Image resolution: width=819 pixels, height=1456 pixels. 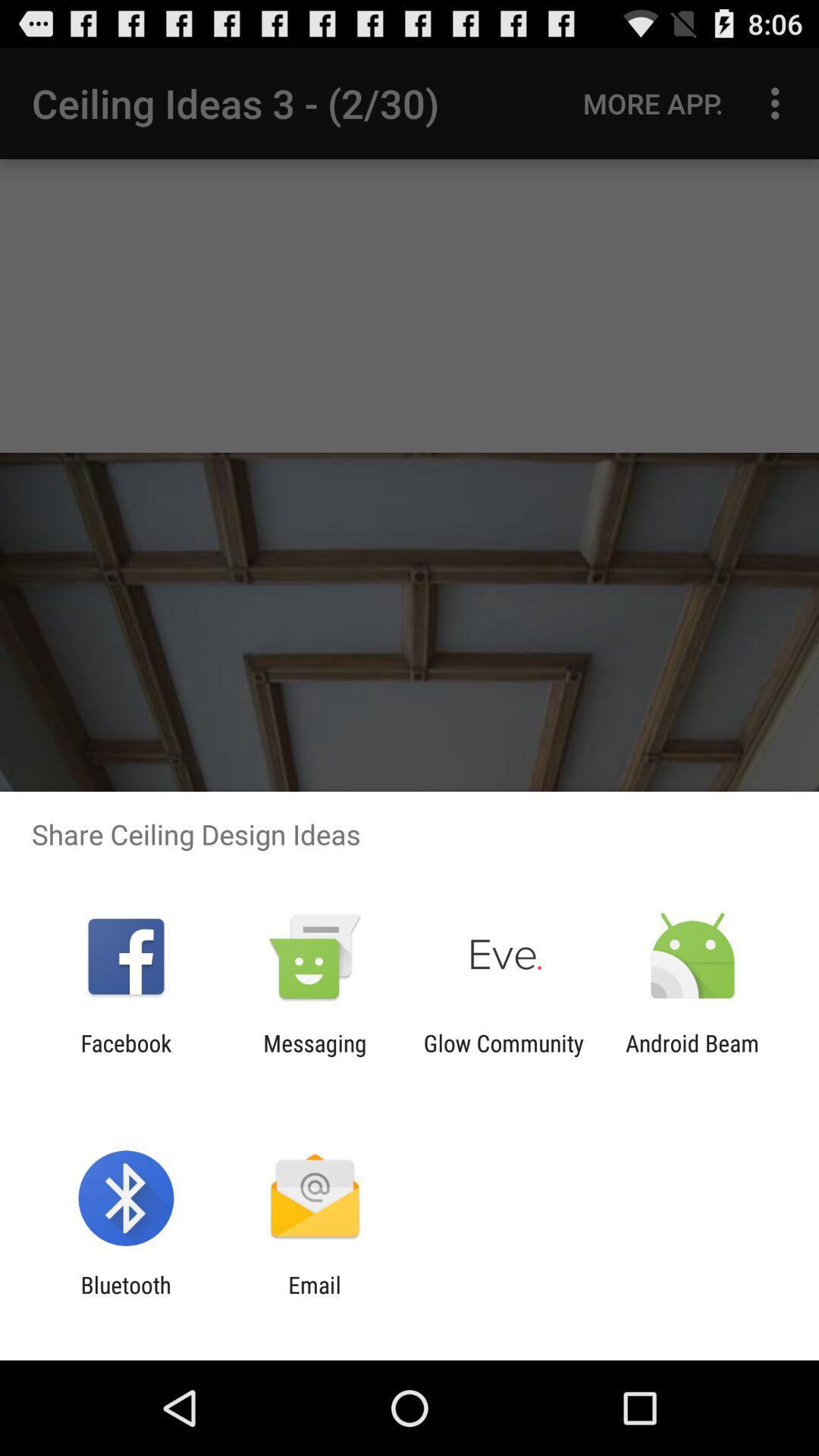 What do you see at coordinates (504, 1056) in the screenshot?
I see `the app to the left of android beam app` at bounding box center [504, 1056].